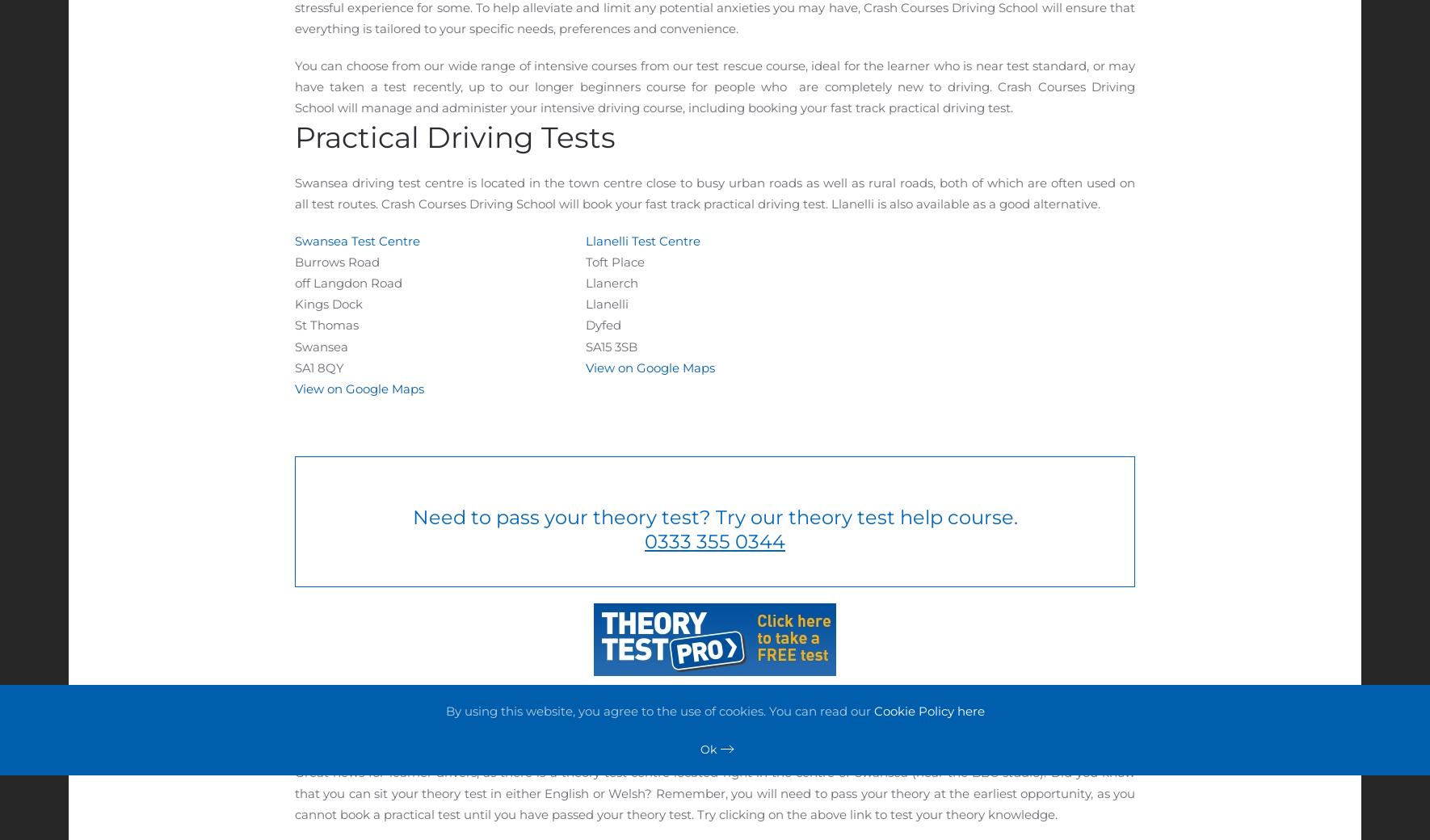 The width and height of the screenshot is (1430, 840). I want to click on 'Swansea Test Centre', so click(356, 240).